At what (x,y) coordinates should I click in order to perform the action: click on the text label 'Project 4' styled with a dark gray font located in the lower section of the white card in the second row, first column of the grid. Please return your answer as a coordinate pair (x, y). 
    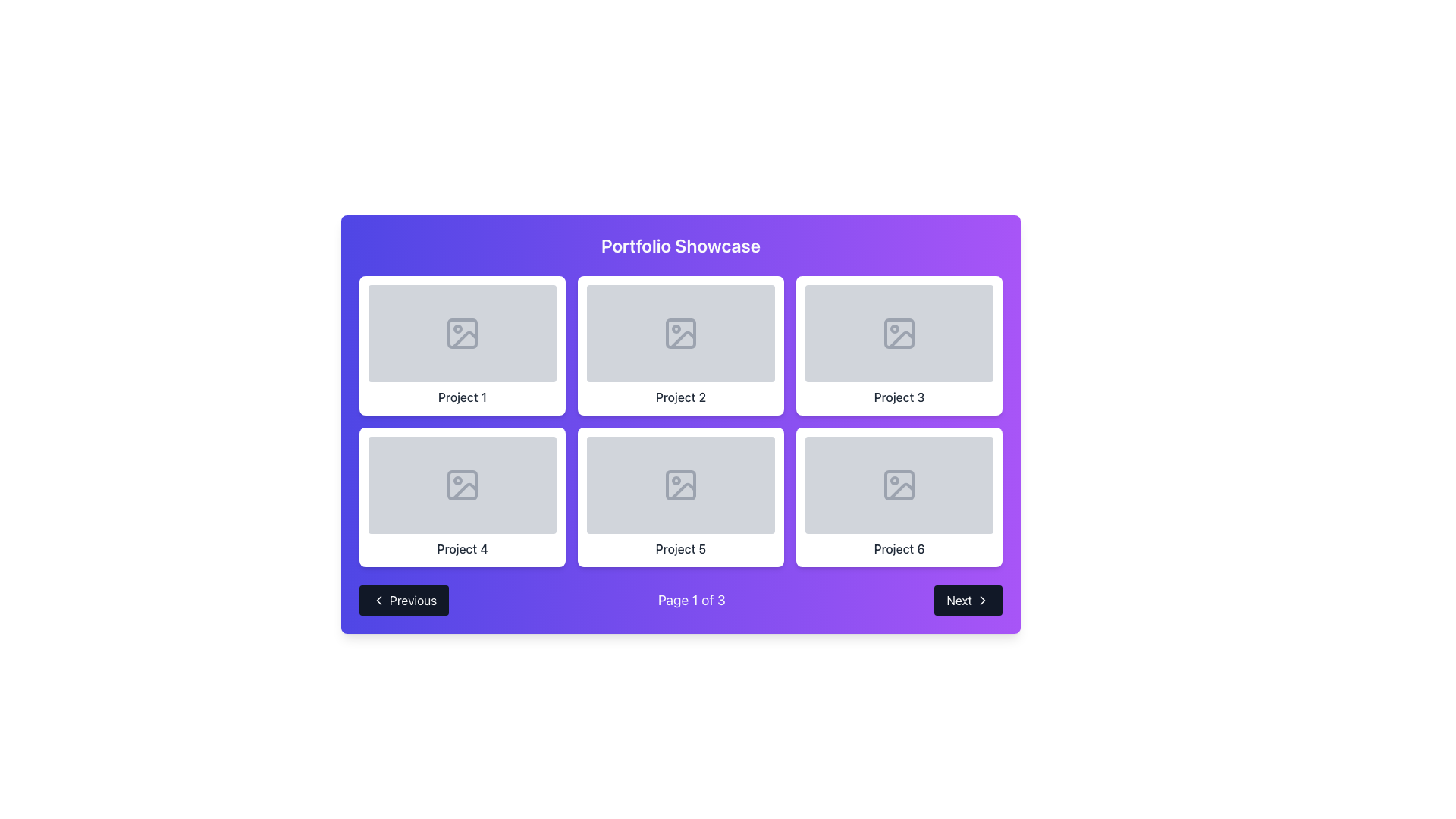
    Looking at the image, I should click on (461, 549).